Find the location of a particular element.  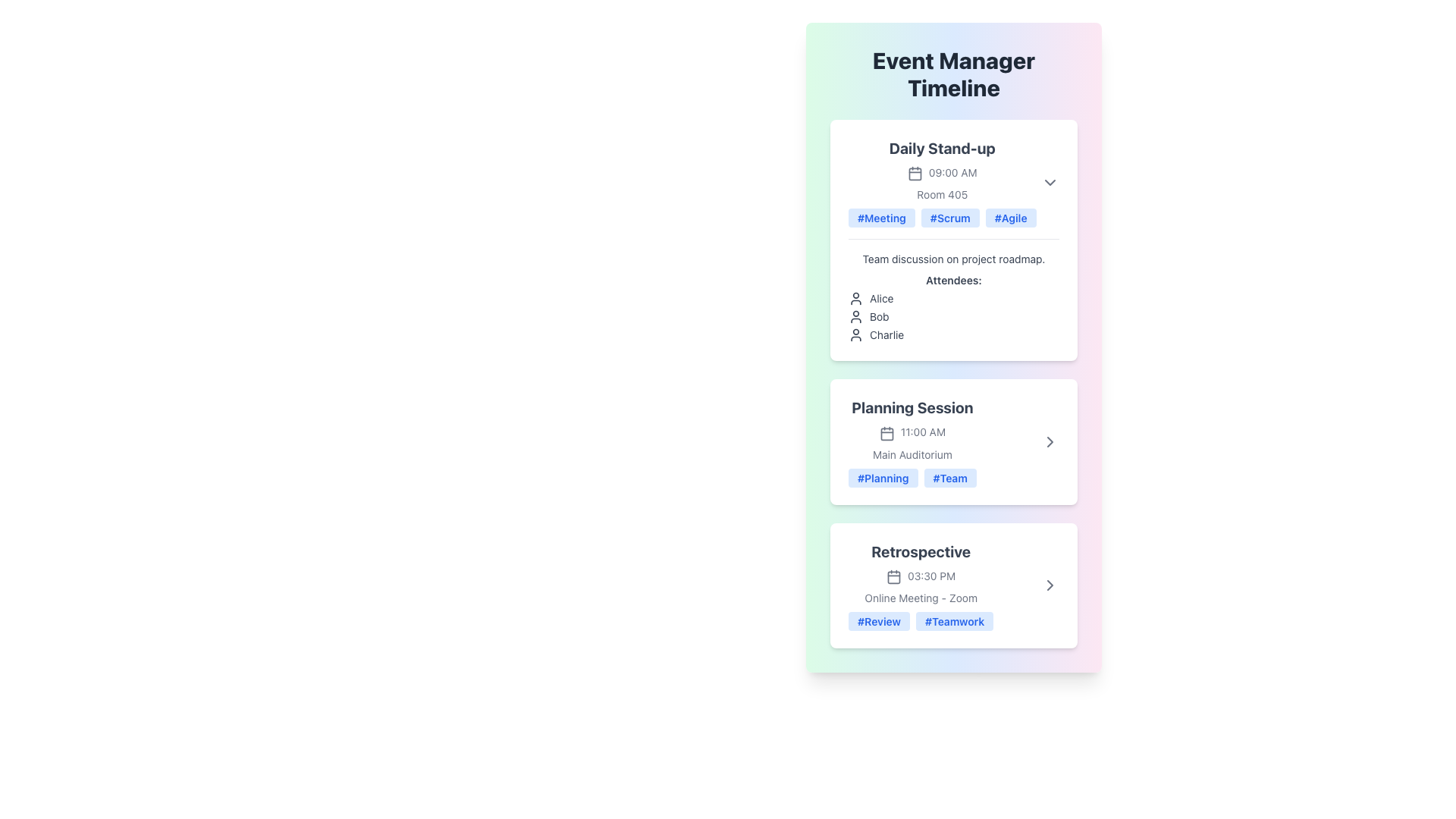

the icon button located at the top-right corner of the 'Daily Stand-up' card is located at coordinates (1050, 180).